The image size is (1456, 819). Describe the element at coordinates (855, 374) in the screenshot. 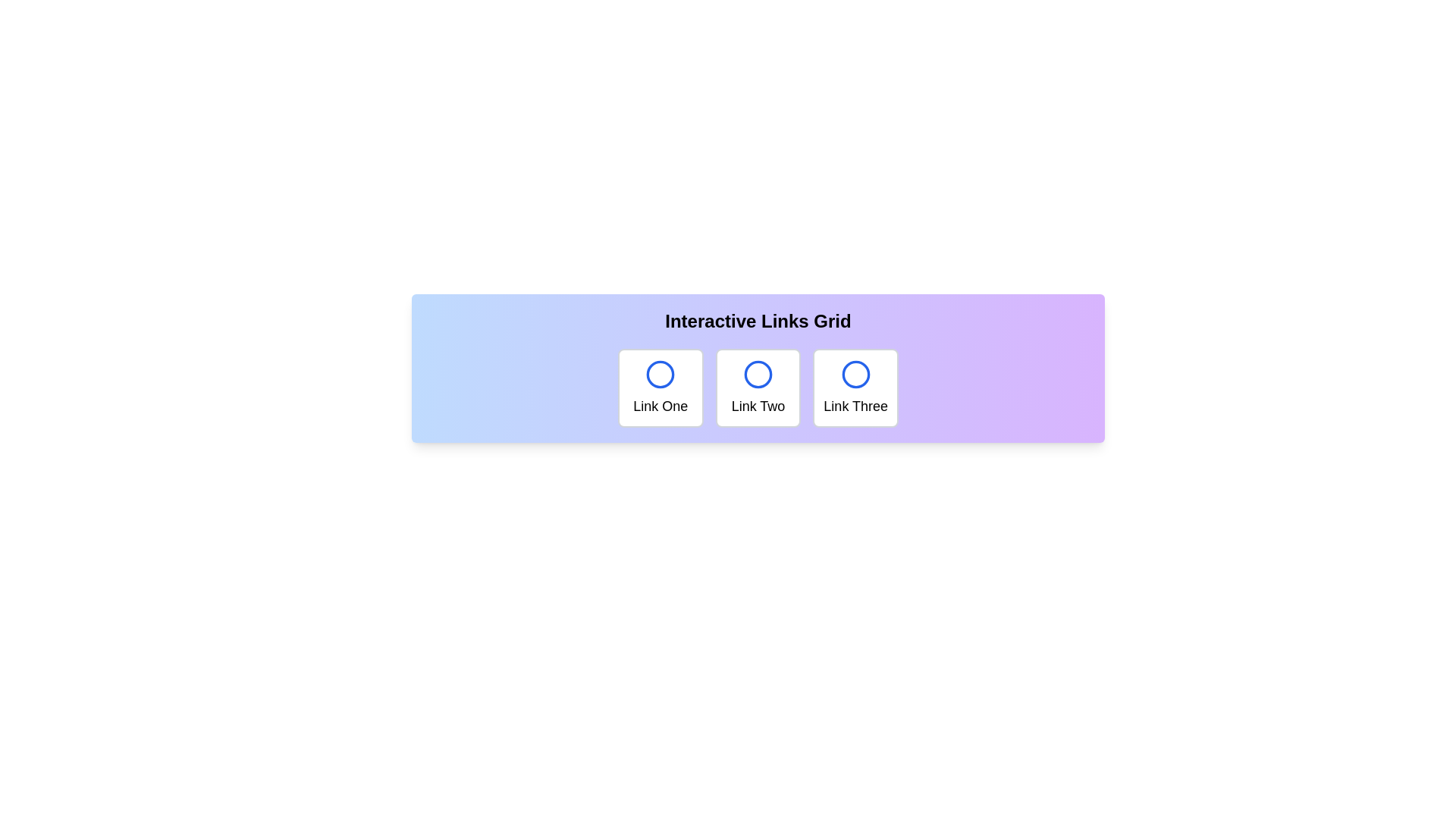

I see `the circular icon with a blue outline located at the top of the interactive block labeled 'Link Three'` at that location.